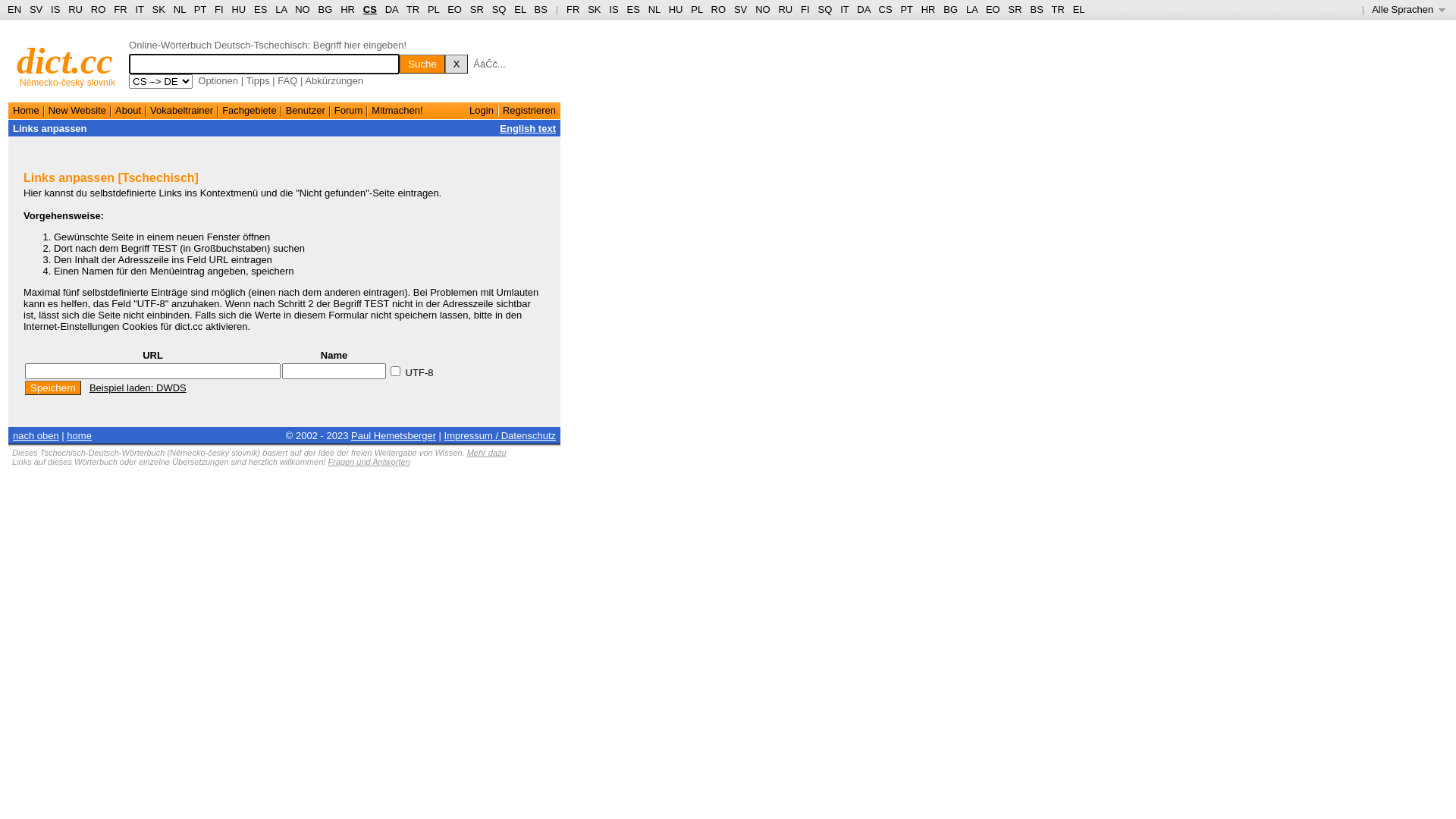 The image size is (1456, 819). Describe the element at coordinates (843, 9) in the screenshot. I see `'IT'` at that location.